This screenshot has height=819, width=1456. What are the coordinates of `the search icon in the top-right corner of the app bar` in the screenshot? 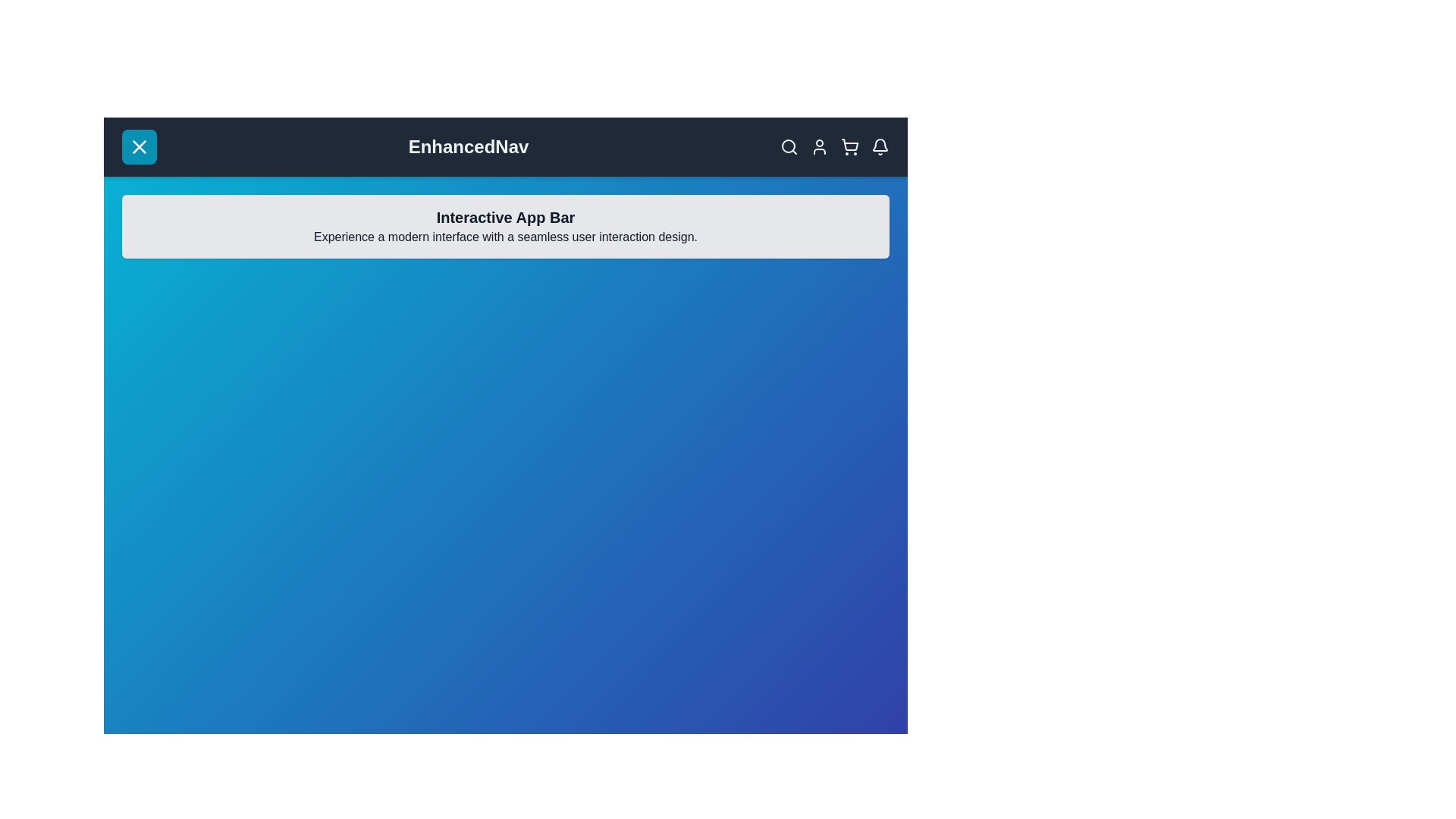 It's located at (789, 146).